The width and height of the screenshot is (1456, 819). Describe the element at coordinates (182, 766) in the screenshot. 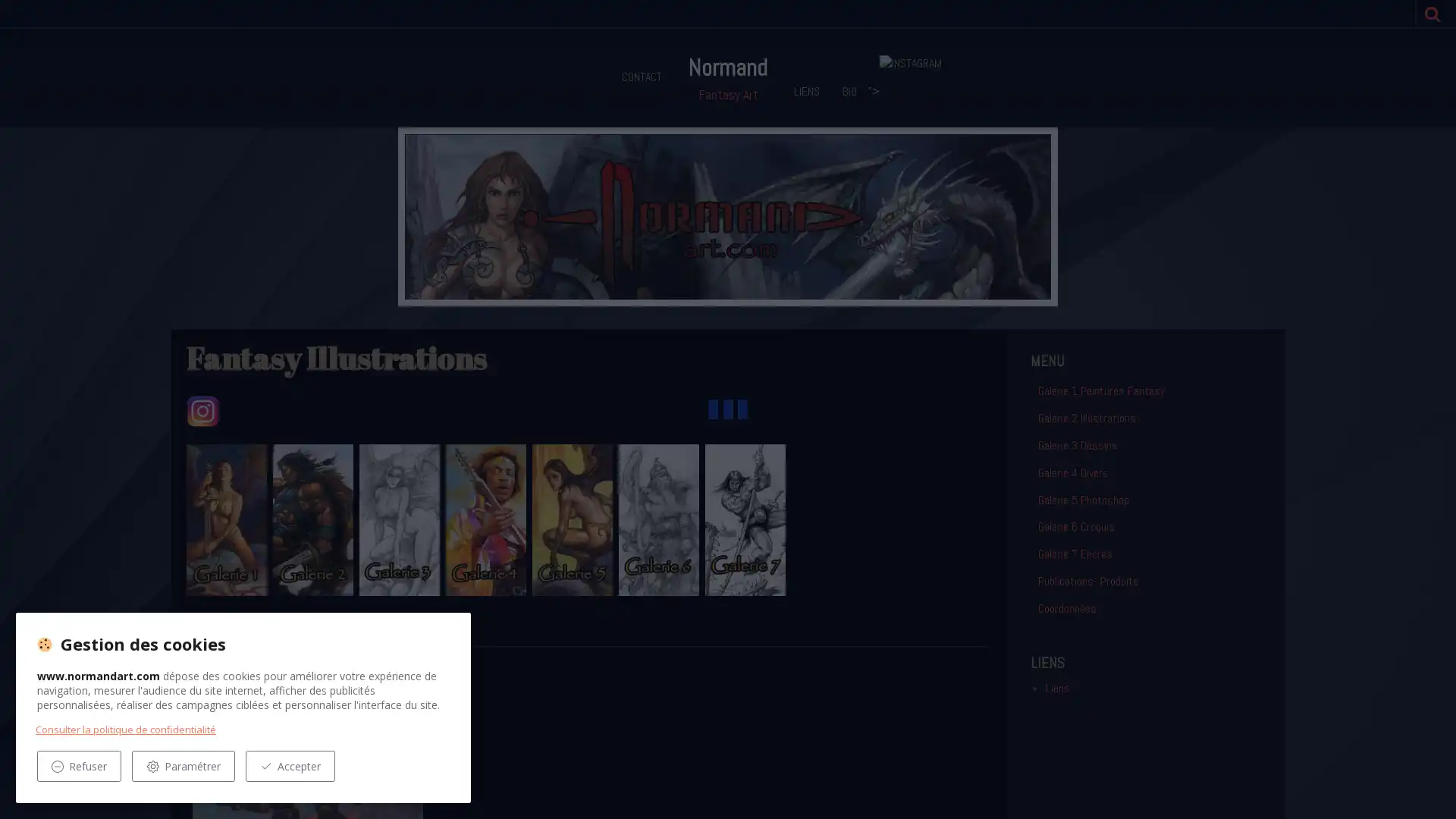

I see `Parametrer` at that location.